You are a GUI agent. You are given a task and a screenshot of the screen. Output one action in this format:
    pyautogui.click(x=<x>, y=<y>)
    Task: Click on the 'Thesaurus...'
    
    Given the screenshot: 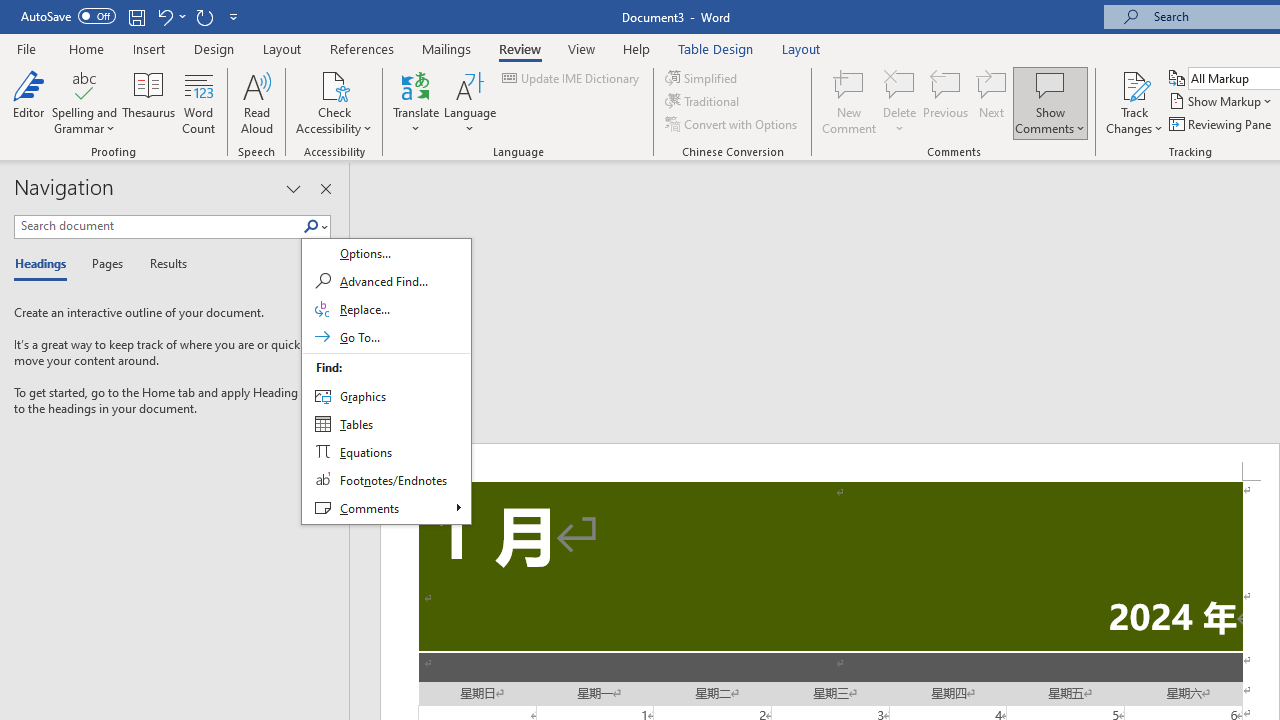 What is the action you would take?
    pyautogui.click(x=148, y=103)
    